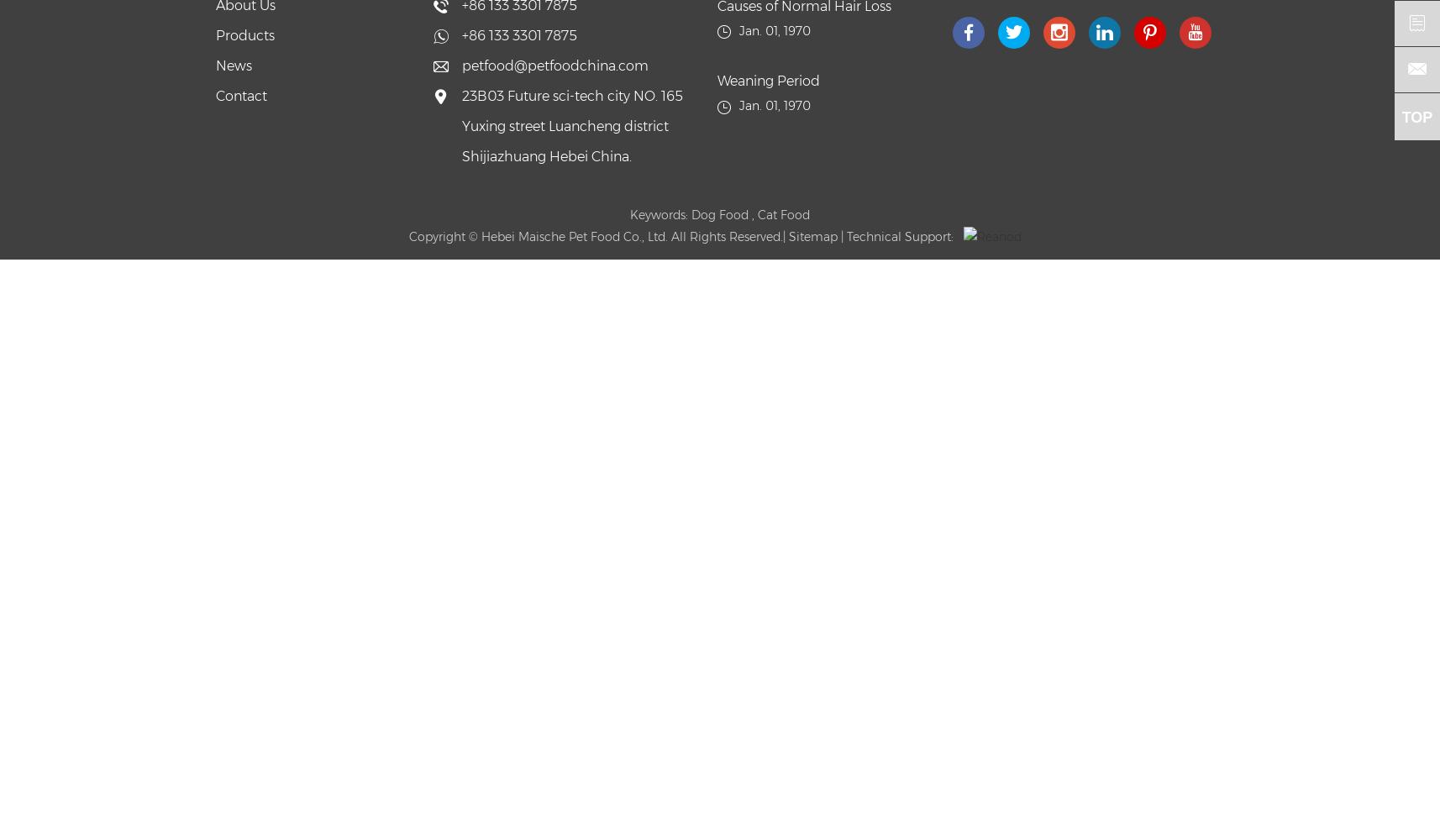 The width and height of the screenshot is (1440, 840). I want to click on '| Technical Support:', so click(900, 237).